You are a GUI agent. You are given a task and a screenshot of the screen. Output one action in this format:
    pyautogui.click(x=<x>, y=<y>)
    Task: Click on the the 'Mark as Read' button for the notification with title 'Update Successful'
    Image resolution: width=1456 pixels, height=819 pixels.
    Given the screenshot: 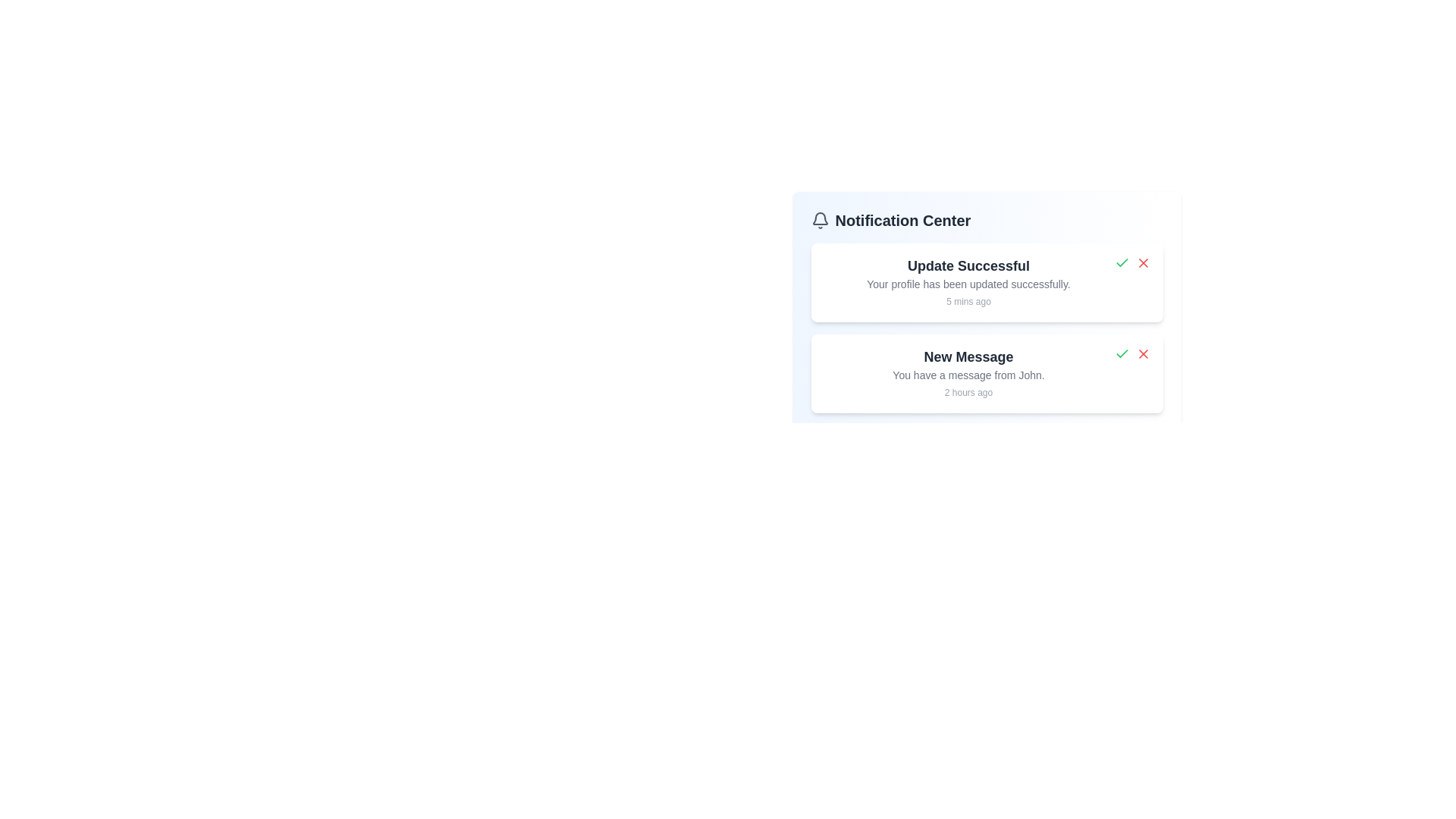 What is the action you would take?
    pyautogui.click(x=1122, y=262)
    